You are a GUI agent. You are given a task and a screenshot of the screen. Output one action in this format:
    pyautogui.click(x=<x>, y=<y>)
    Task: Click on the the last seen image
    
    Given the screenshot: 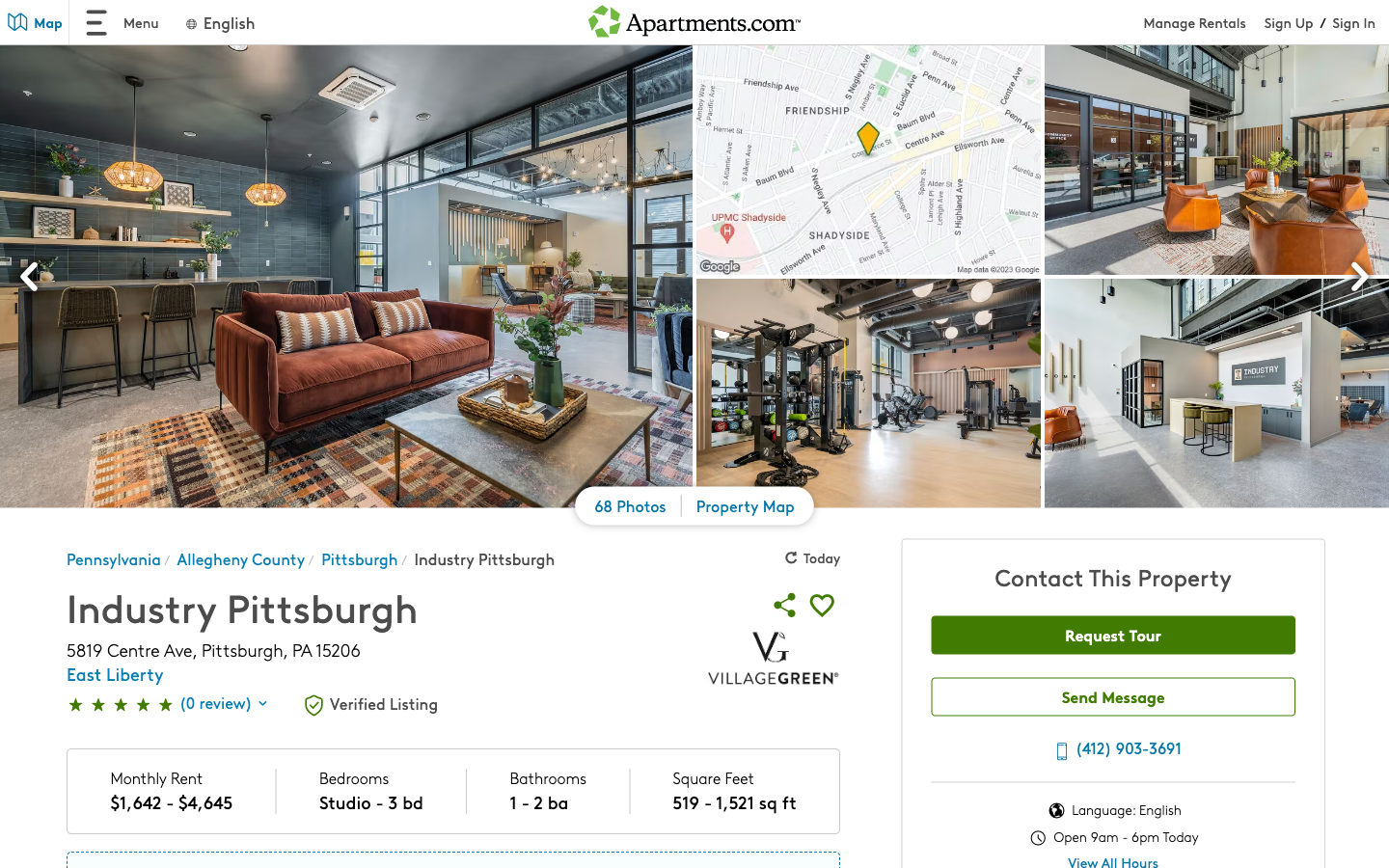 What is the action you would take?
    pyautogui.click(x=29, y=279)
    